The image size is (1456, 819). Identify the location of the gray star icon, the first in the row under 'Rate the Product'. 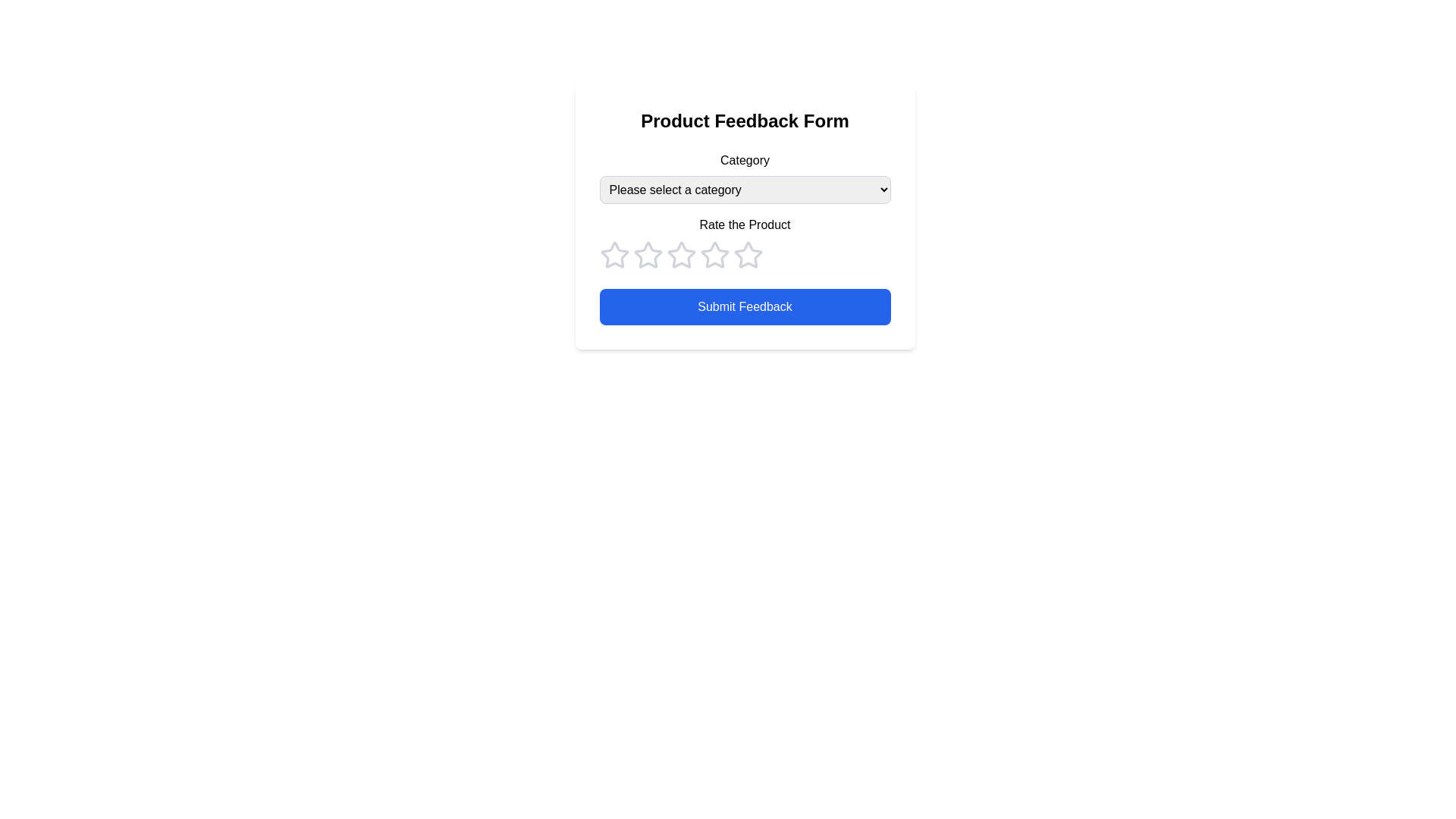
(614, 254).